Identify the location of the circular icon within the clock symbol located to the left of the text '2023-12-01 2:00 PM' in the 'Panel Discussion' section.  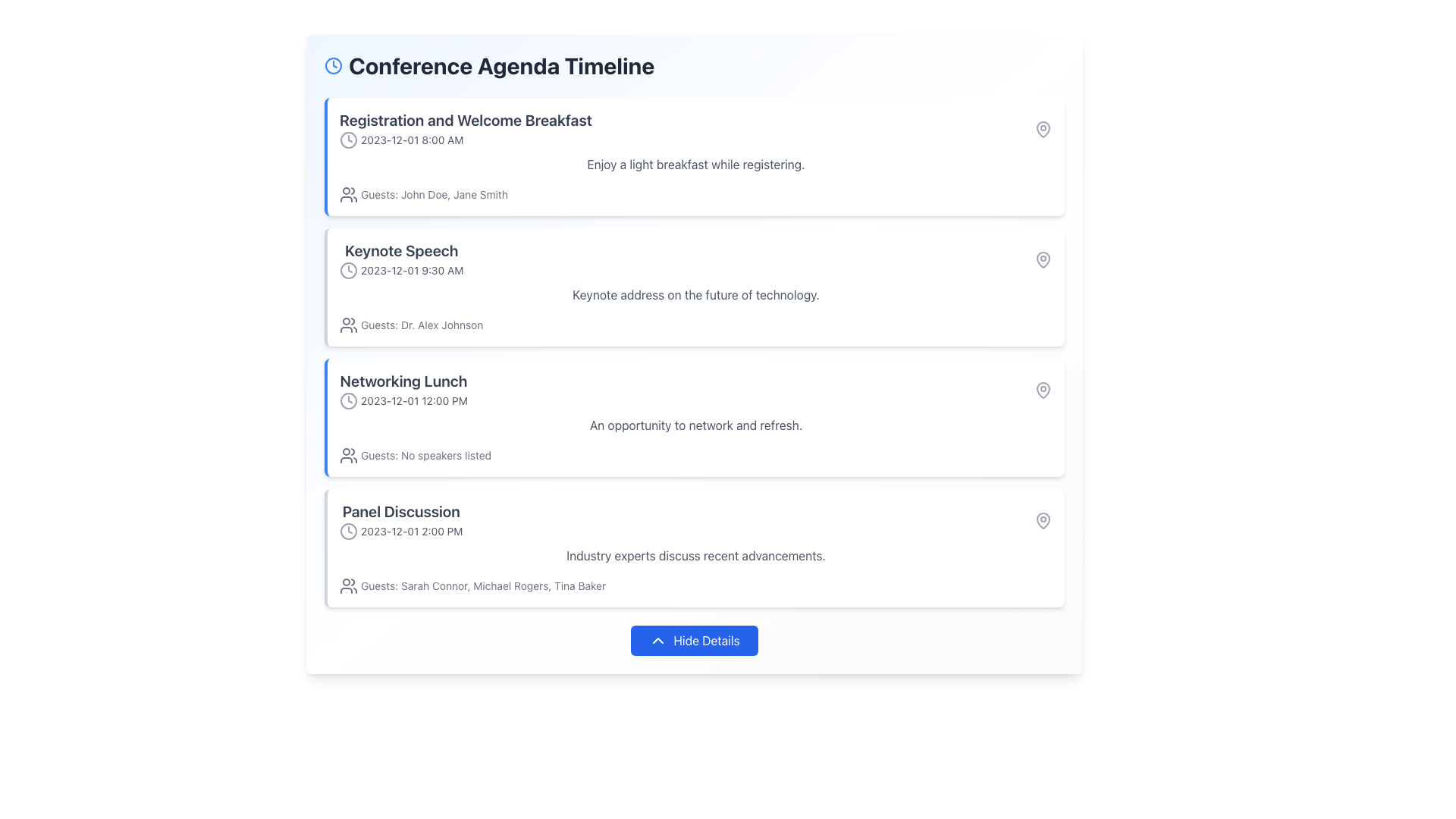
(348, 531).